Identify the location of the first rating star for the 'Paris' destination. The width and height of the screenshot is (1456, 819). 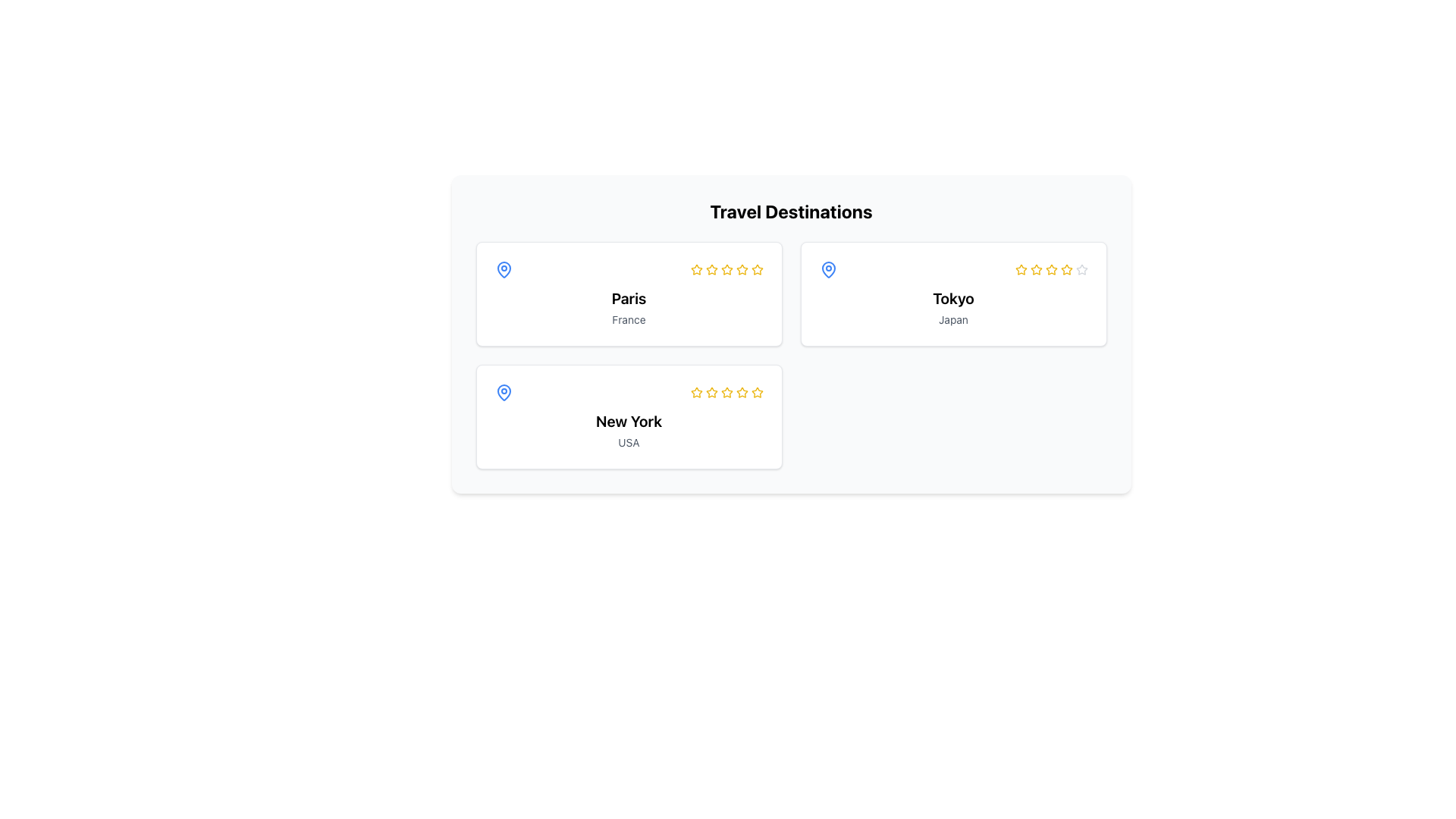
(695, 268).